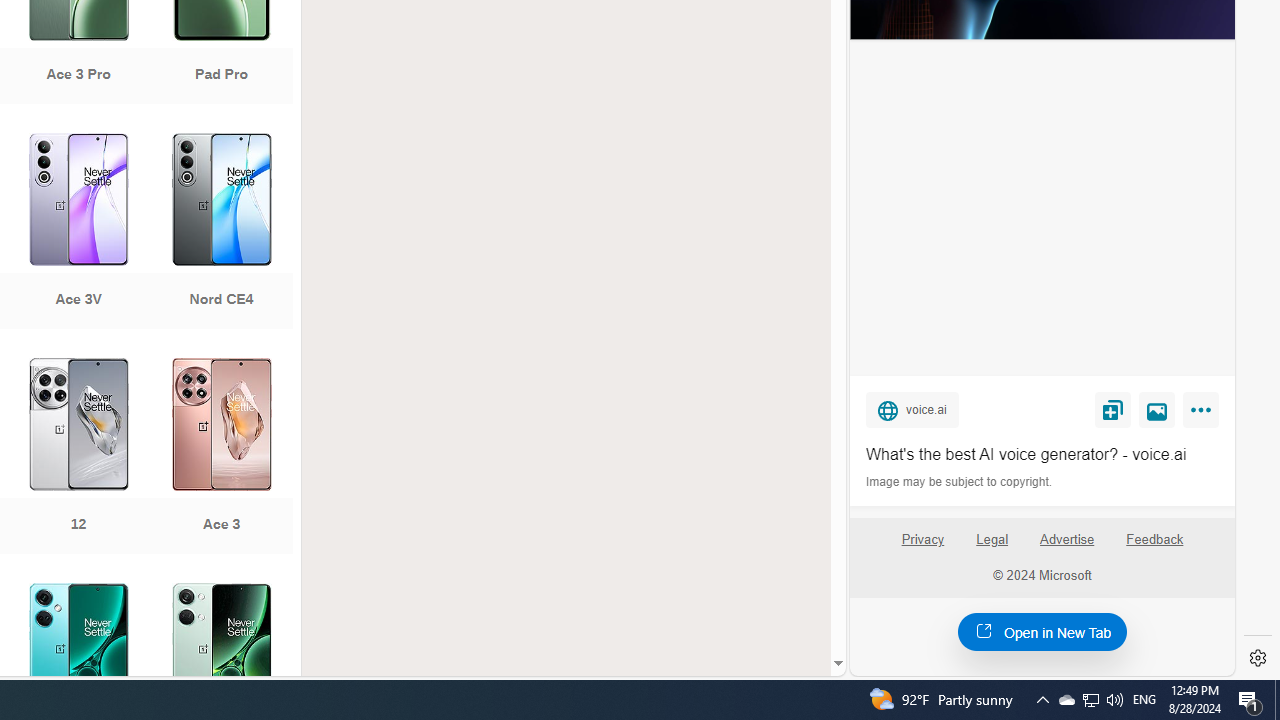 The height and width of the screenshot is (720, 1280). What do you see at coordinates (1065, 538) in the screenshot?
I see `'Advertise'` at bounding box center [1065, 538].